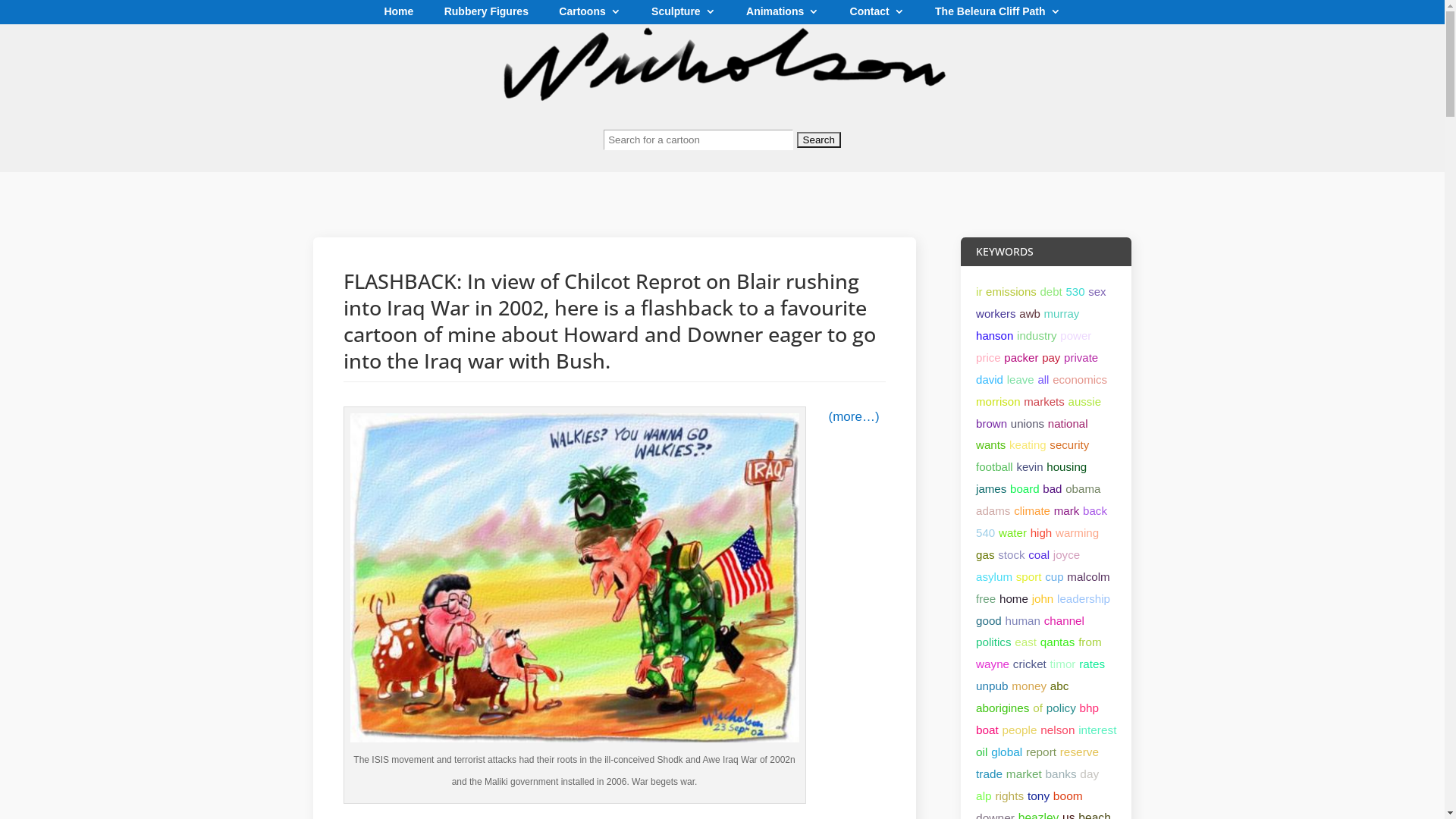 The width and height of the screenshot is (1456, 819). What do you see at coordinates (1011, 554) in the screenshot?
I see `'stock'` at bounding box center [1011, 554].